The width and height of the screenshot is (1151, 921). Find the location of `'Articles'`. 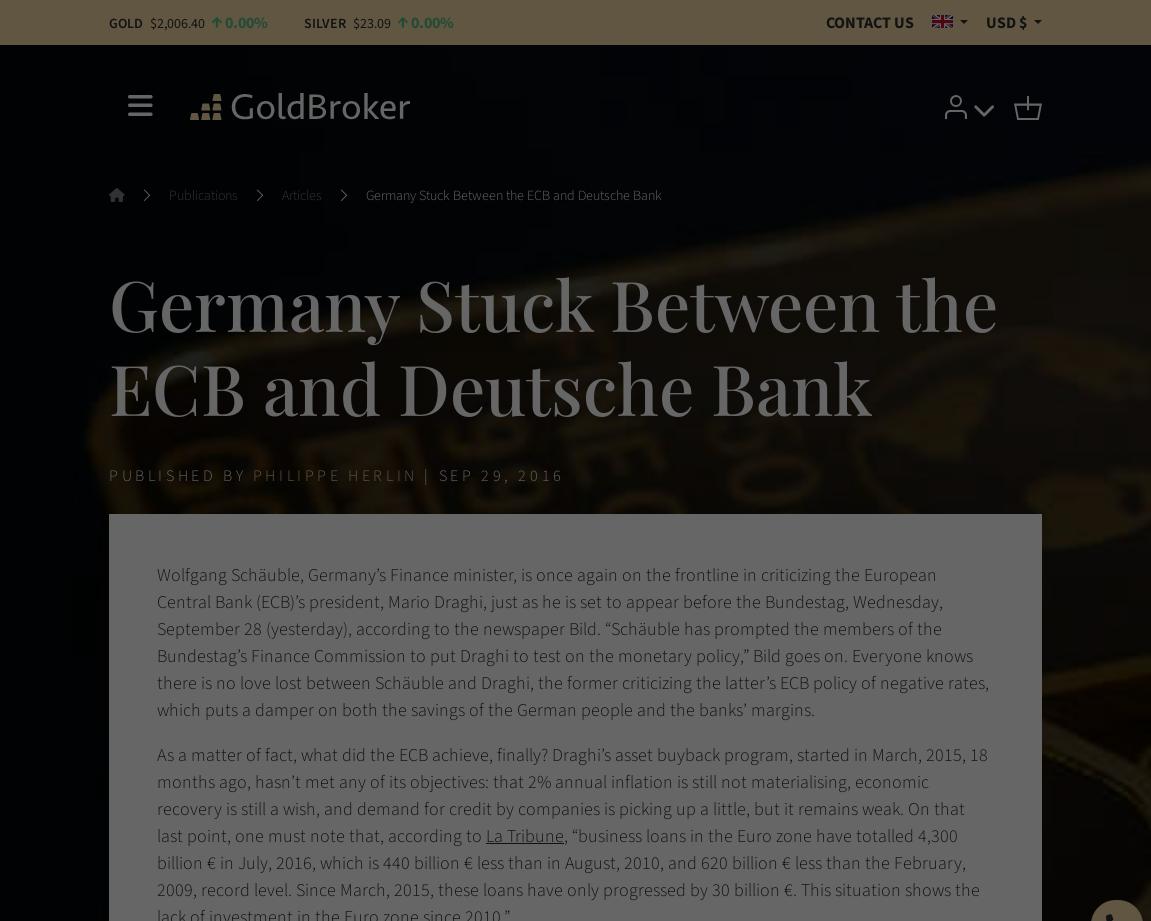

'Articles' is located at coordinates (302, 194).